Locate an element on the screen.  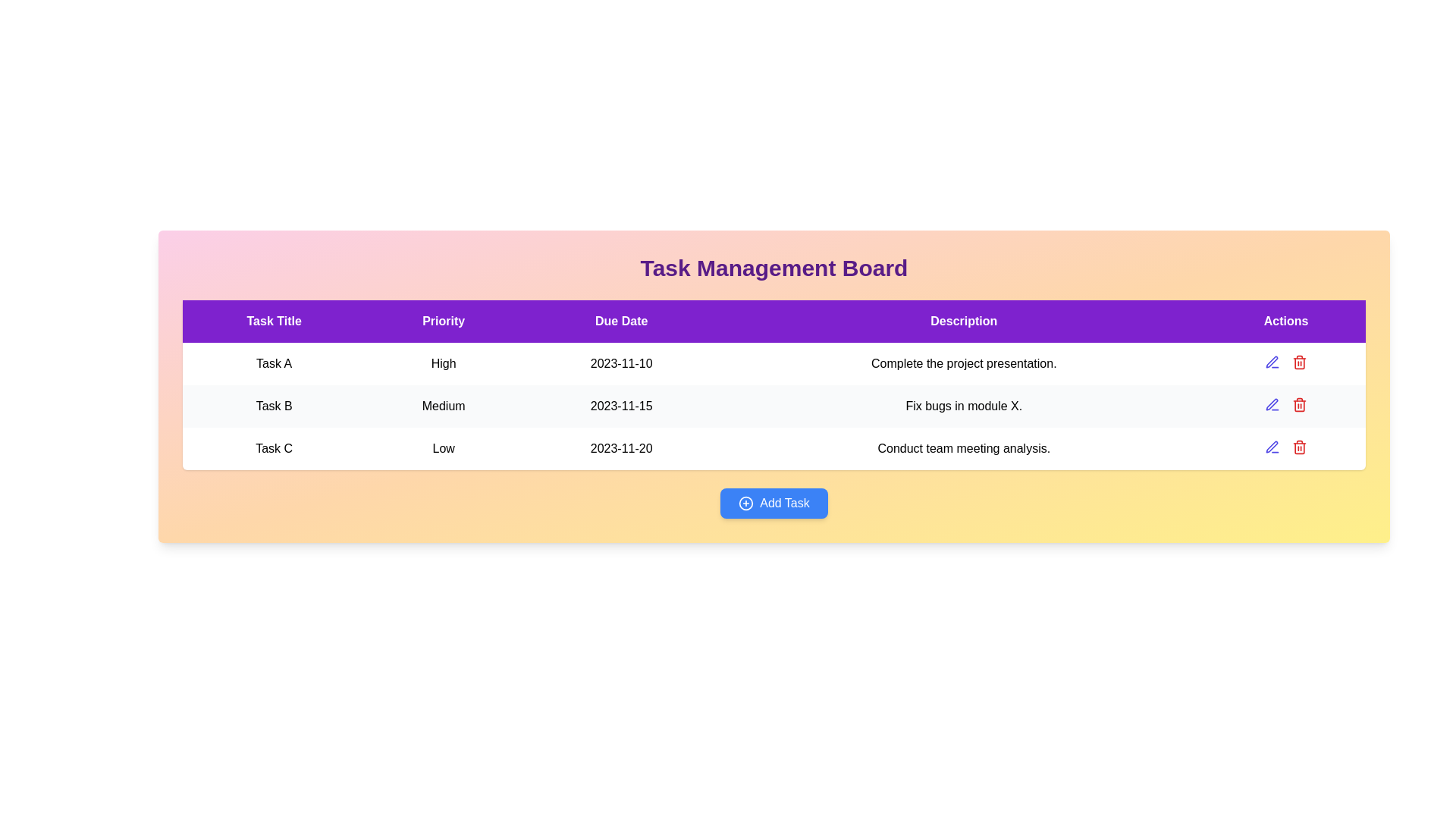
the first row of the task management table containing 'Task A' is located at coordinates (774, 363).